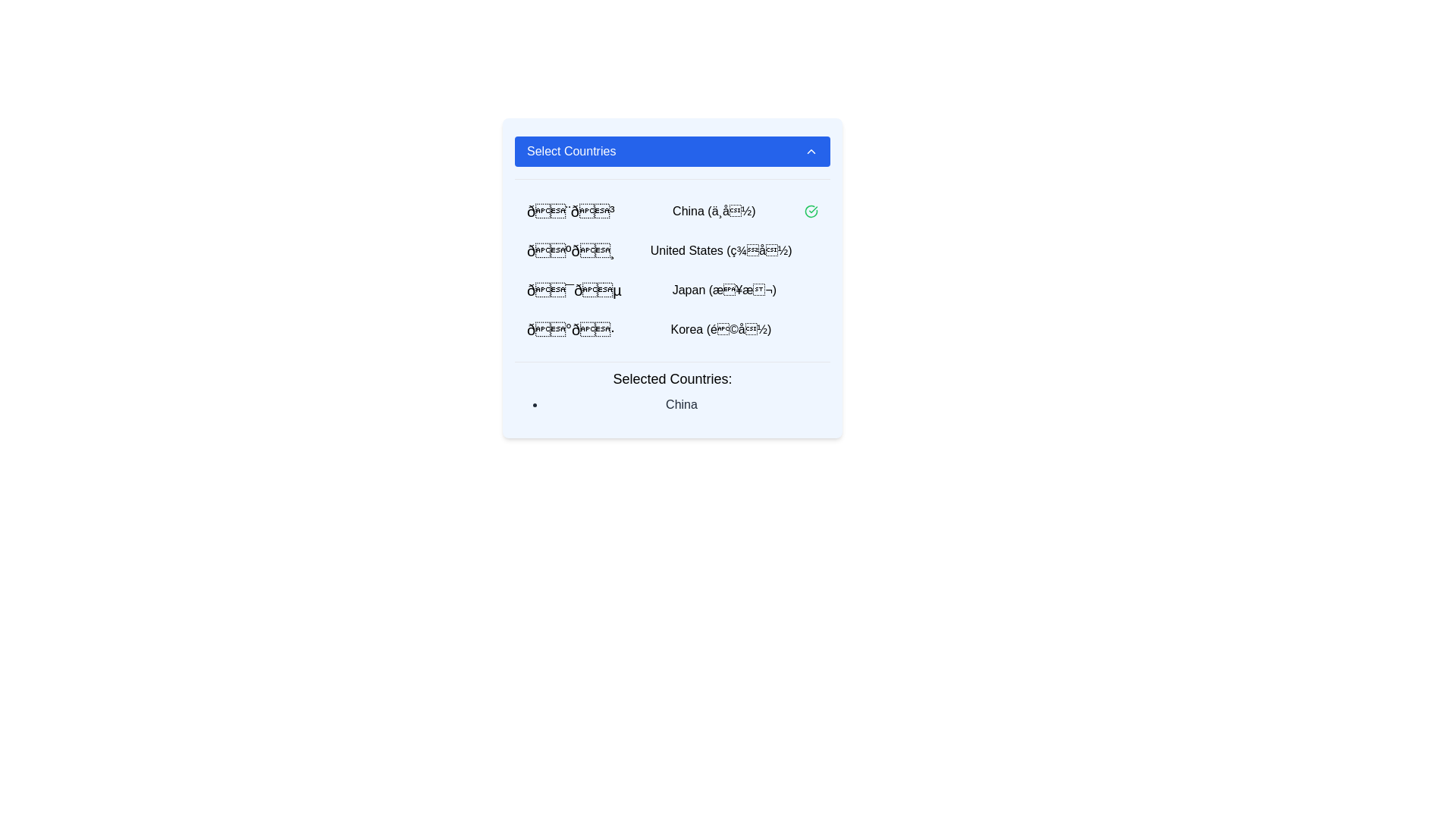 This screenshot has width=1456, height=819. I want to click on the static text area displaying the flag emoji '🇯🇵' in the dropdown list for Japan (日本), located in the third row of selectable countries, so click(573, 290).